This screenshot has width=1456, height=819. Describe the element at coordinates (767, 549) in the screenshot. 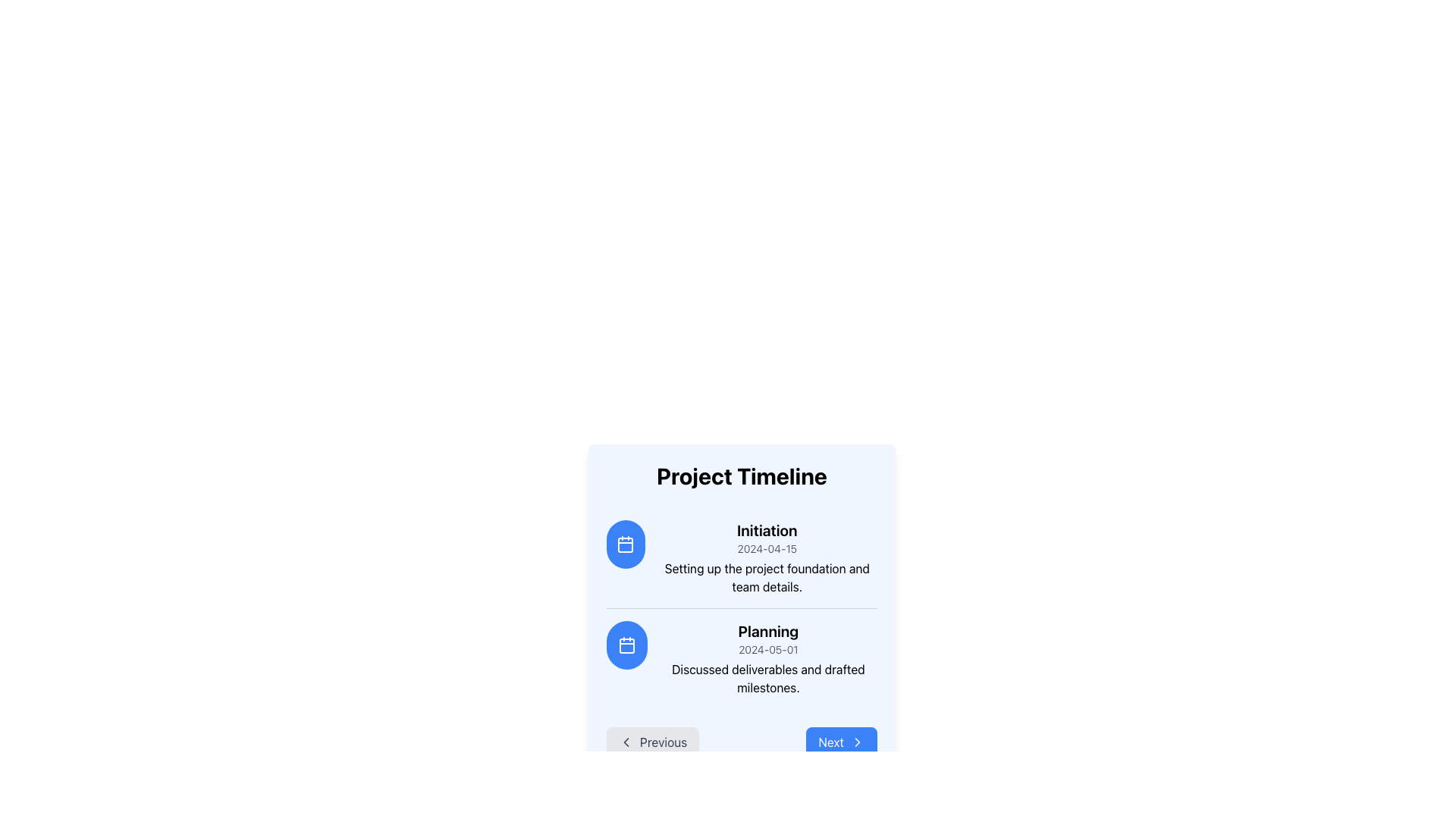

I see `the date text element displaying '2024-04-15', which has a light font style and is positioned below 'Initiation'` at that location.